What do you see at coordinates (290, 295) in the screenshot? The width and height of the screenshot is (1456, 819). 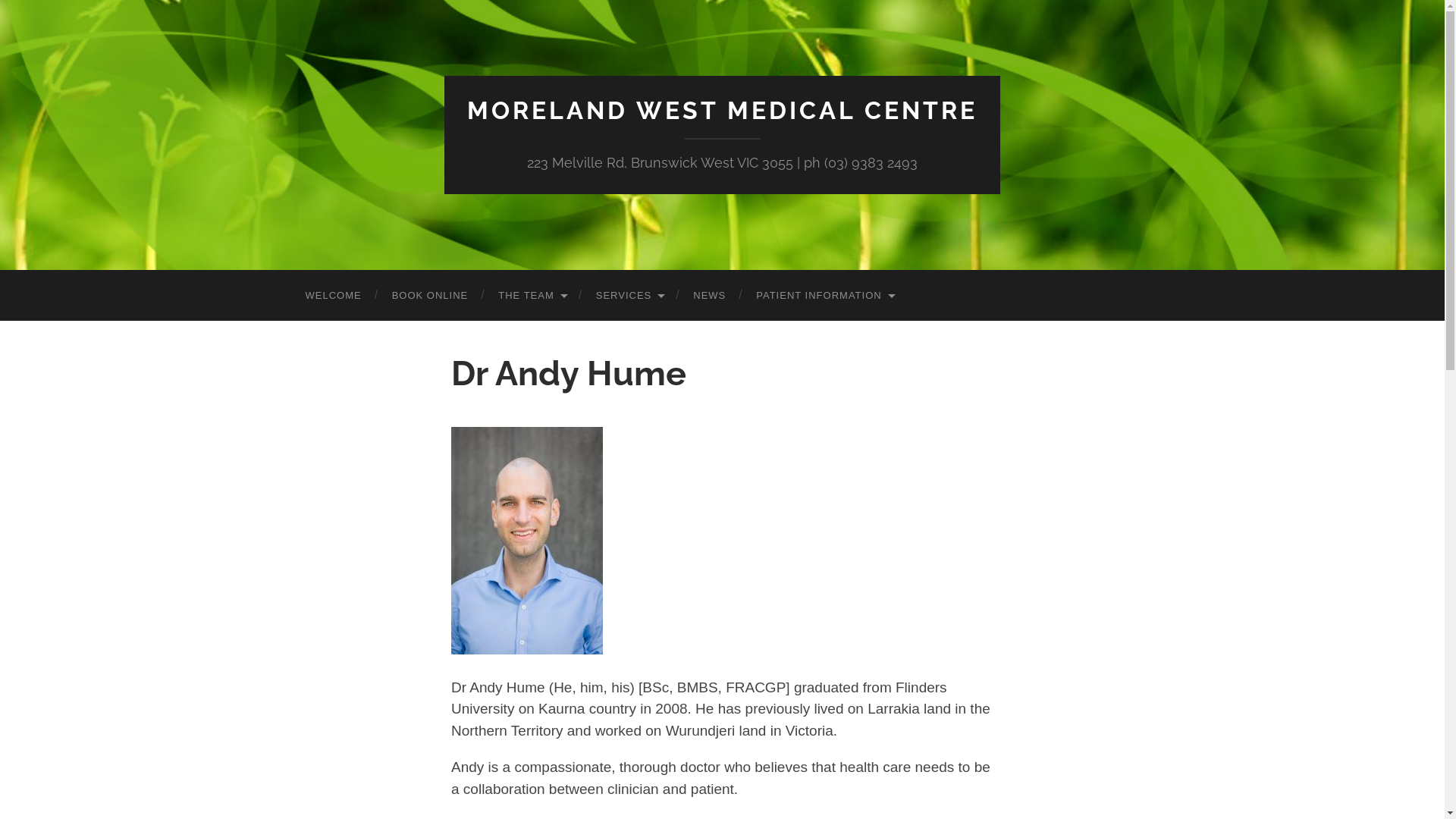 I see `'WELCOME'` at bounding box center [290, 295].